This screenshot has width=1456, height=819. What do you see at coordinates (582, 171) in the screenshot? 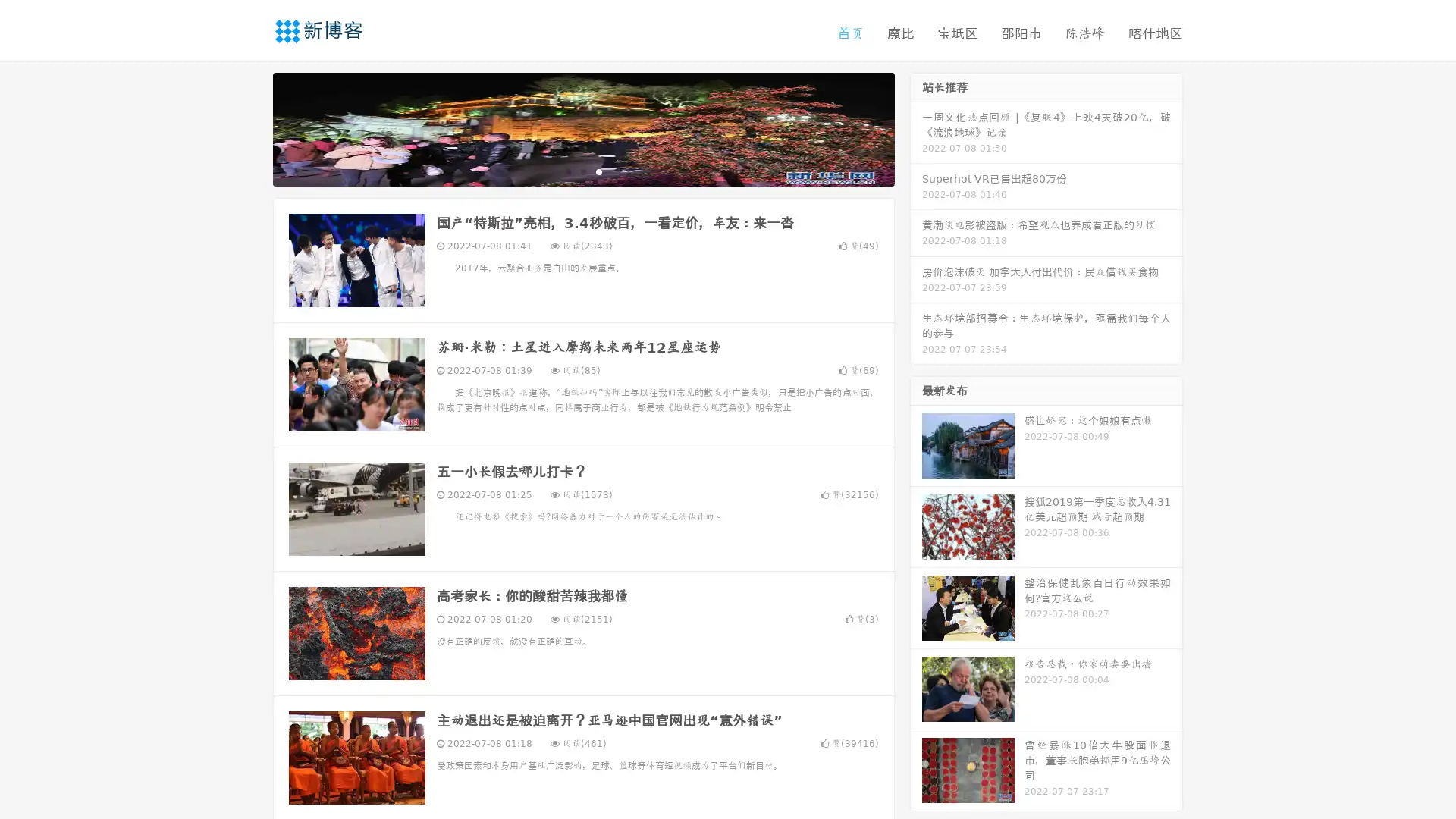
I see `Go to slide 2` at bounding box center [582, 171].